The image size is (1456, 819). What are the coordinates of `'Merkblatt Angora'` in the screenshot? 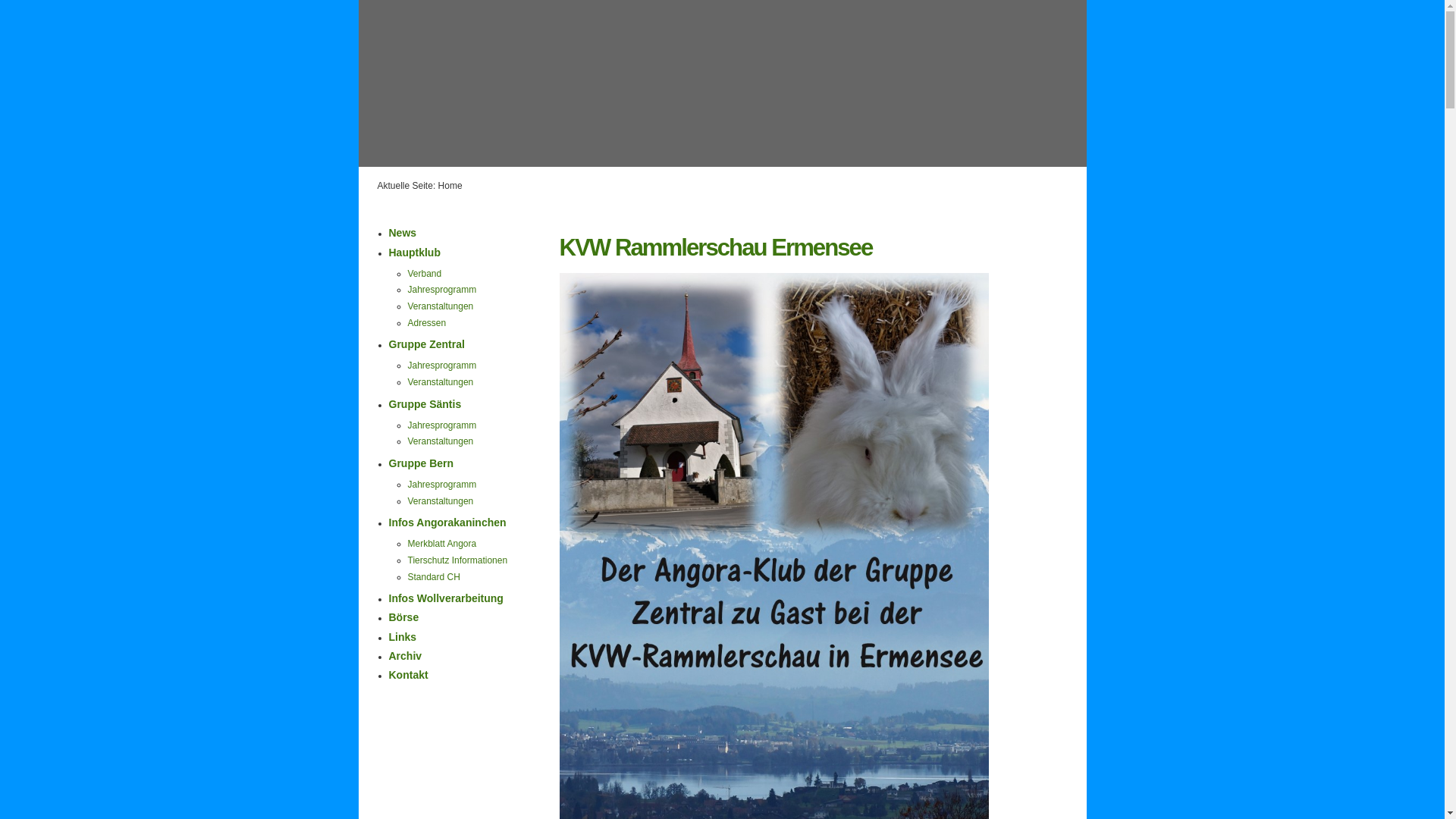 It's located at (441, 543).